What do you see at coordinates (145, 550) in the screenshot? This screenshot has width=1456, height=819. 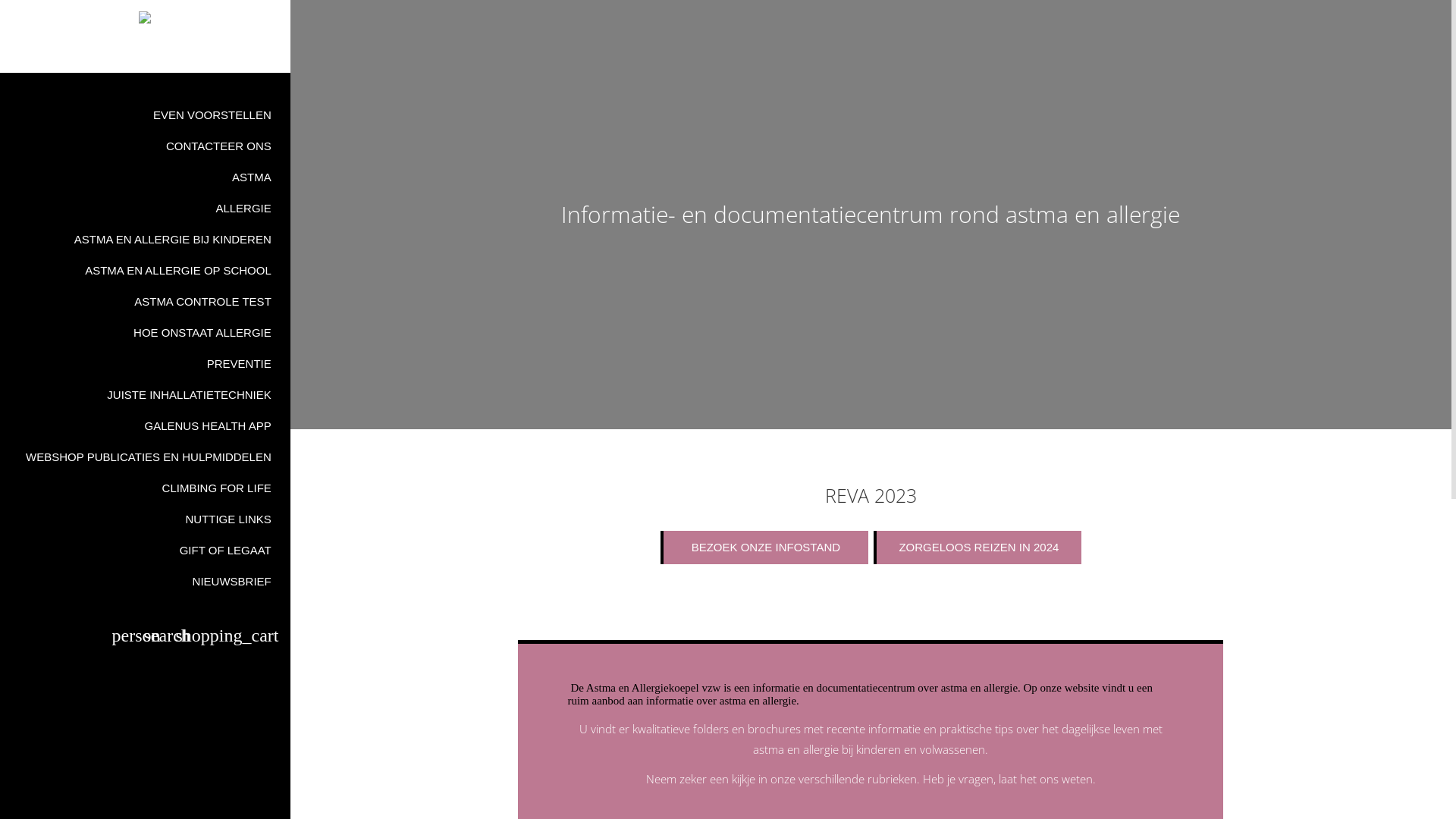 I see `'GIFT OF LEGAAT'` at bounding box center [145, 550].